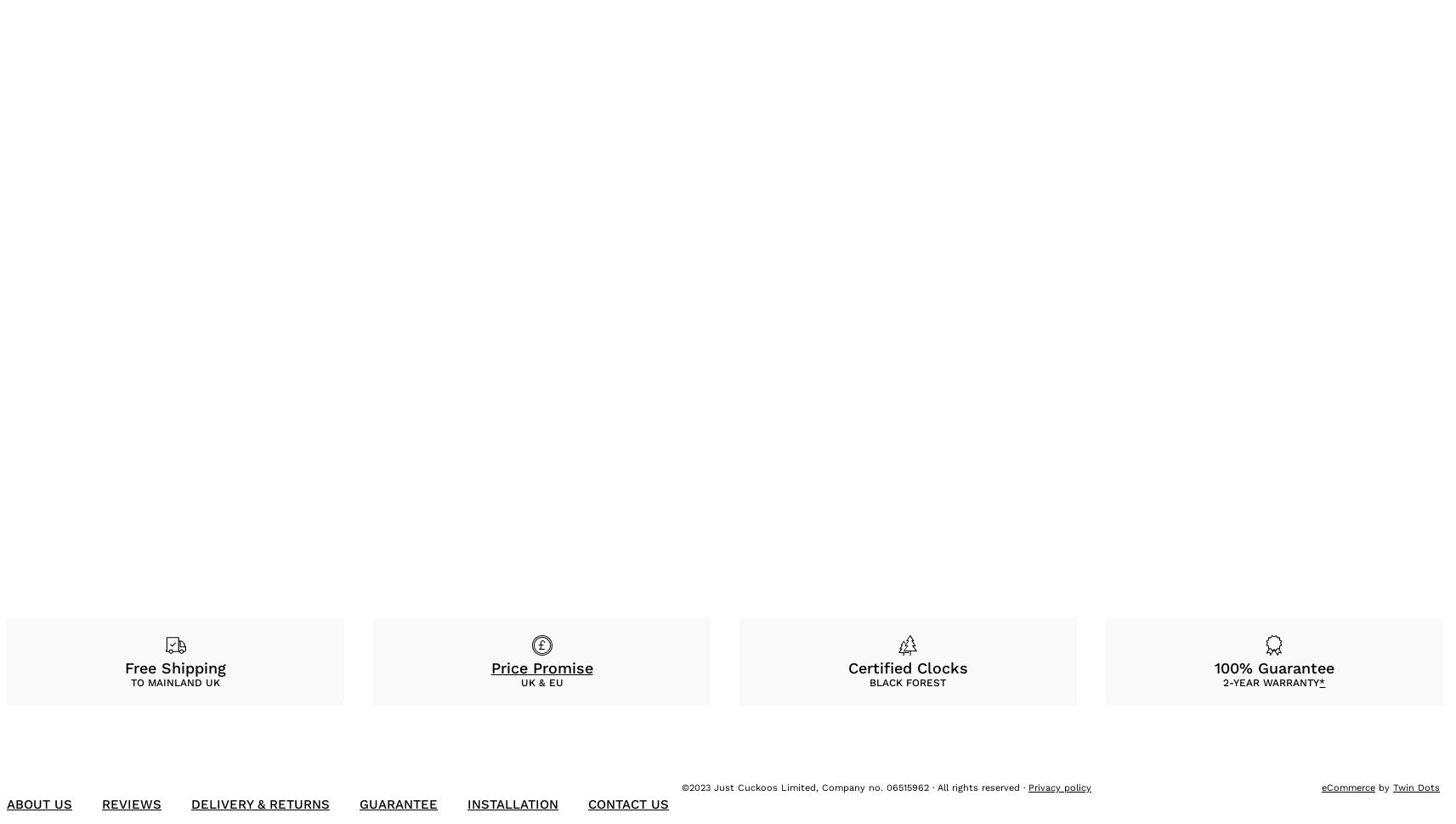 The image size is (1456, 824). I want to click on 'by', so click(1374, 787).